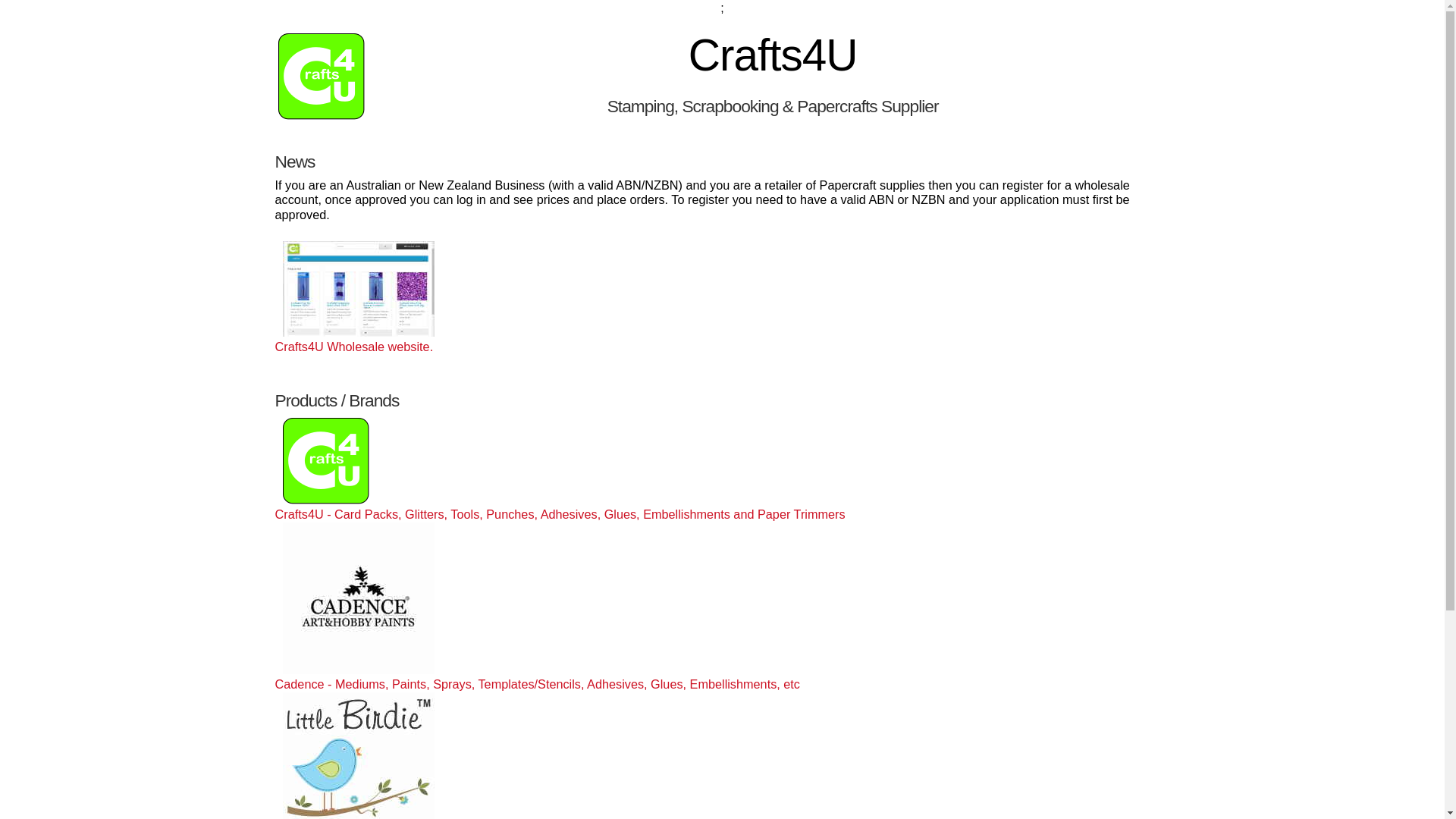 Image resolution: width=1456 pixels, height=819 pixels. Describe the element at coordinates (354, 338) in the screenshot. I see `'Crafts4U Wholesale website.'` at that location.